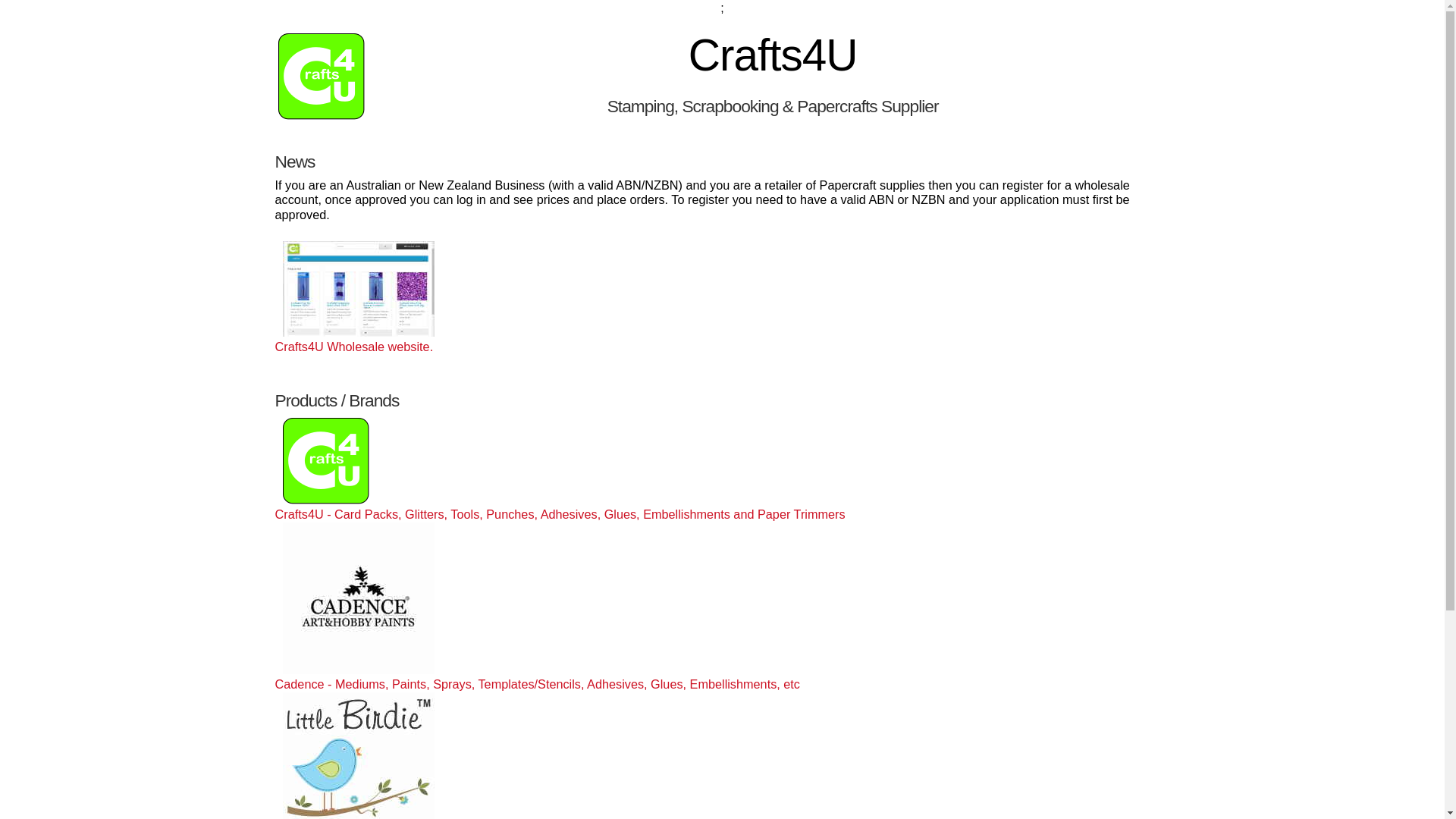 Image resolution: width=1456 pixels, height=819 pixels. Describe the element at coordinates (354, 338) in the screenshot. I see `'Crafts4U Wholesale website.'` at that location.